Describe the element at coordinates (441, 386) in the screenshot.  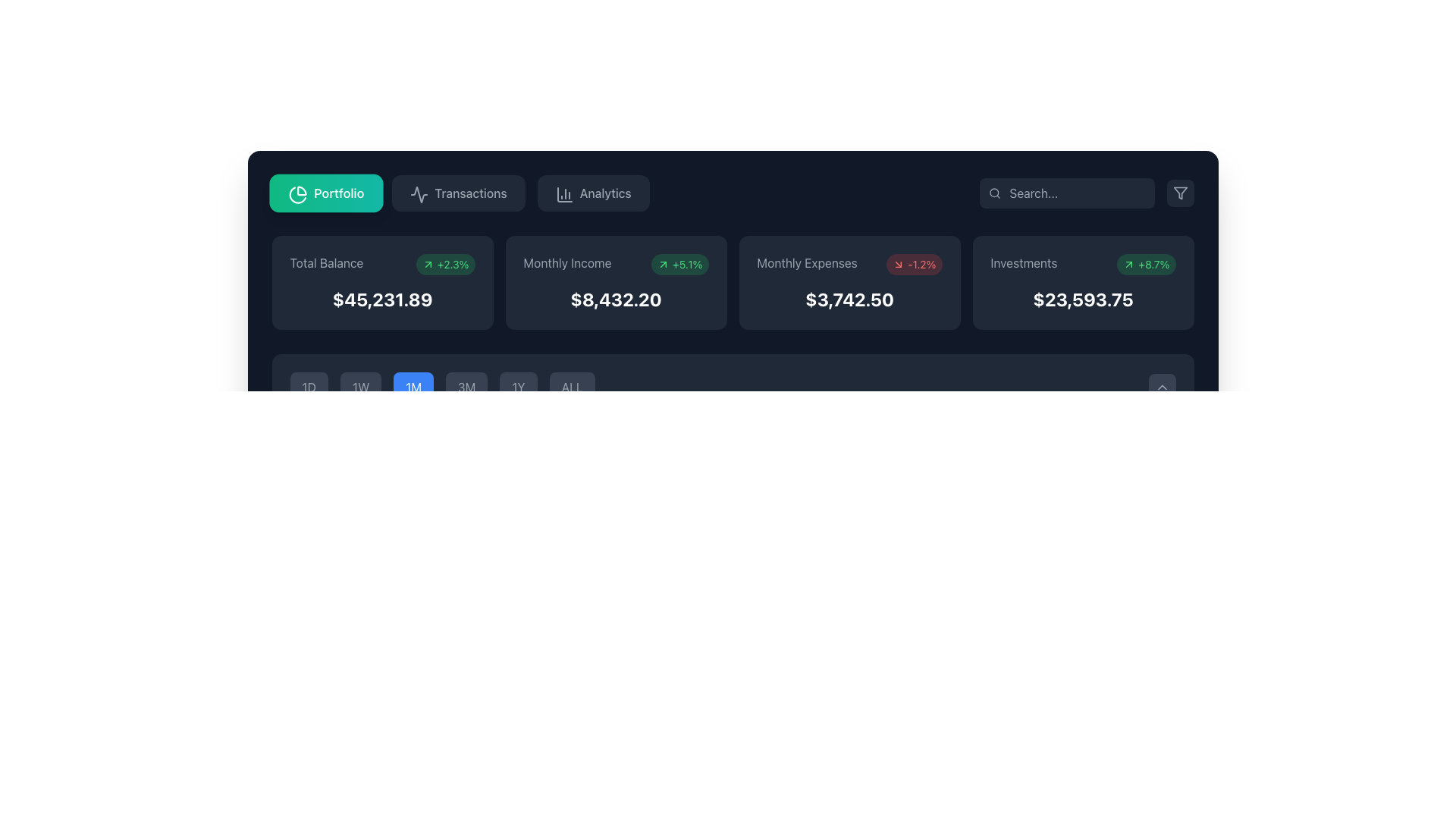
I see `the currently selected blue button labeled '1M'` at that location.